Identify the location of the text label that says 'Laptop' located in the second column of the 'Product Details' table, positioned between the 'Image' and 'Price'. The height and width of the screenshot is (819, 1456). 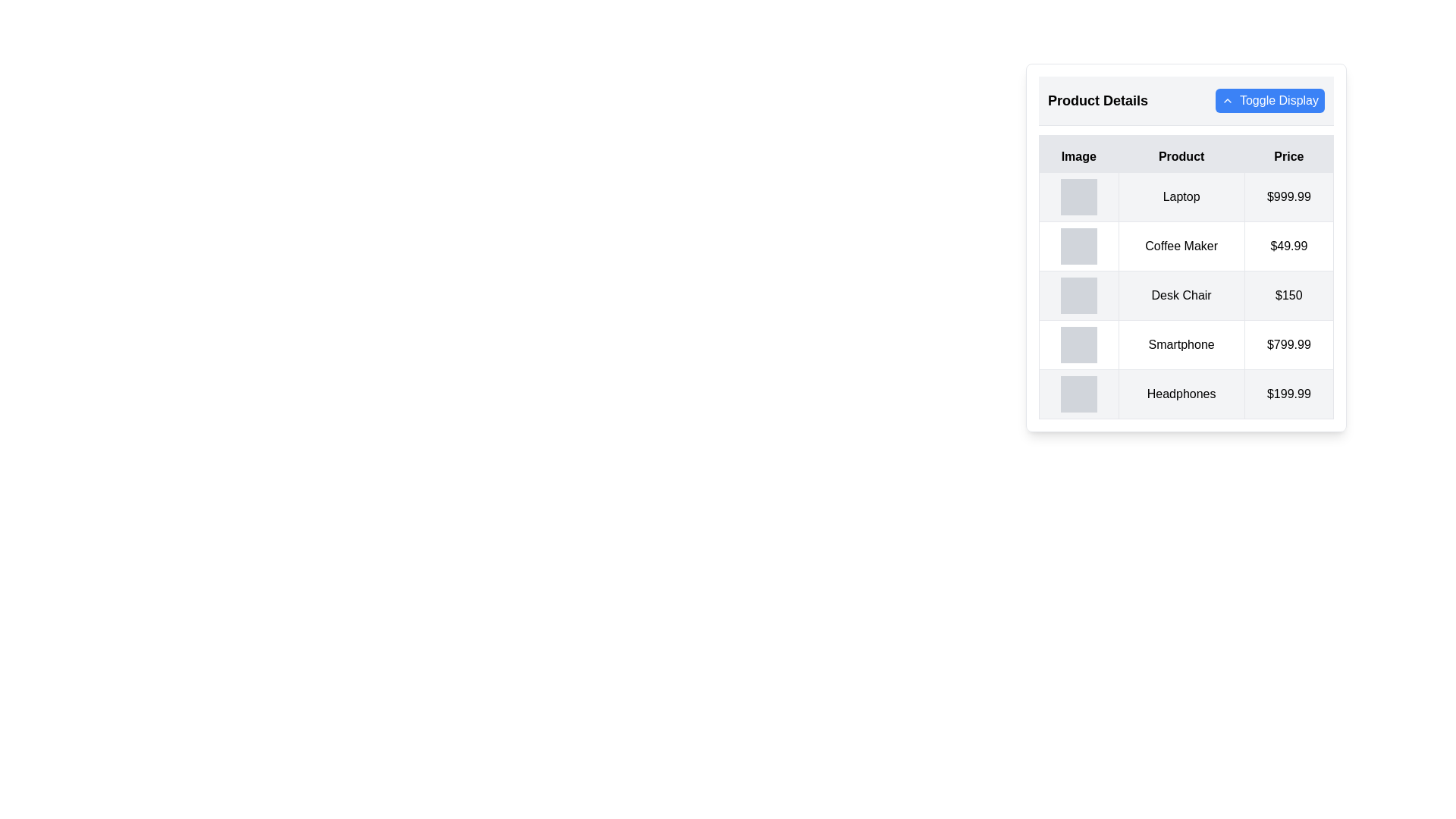
(1181, 196).